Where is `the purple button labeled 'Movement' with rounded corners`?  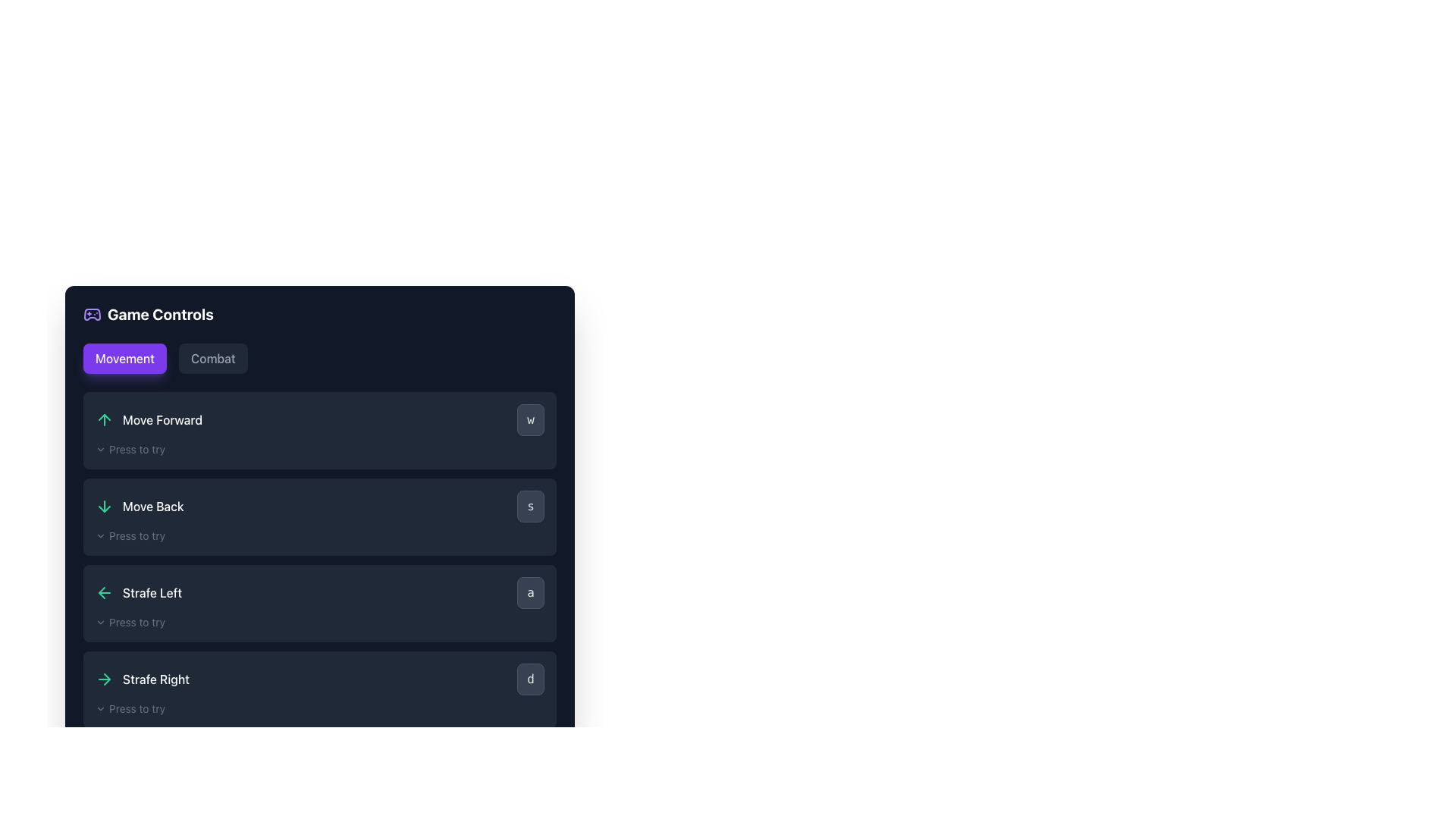
the purple button labeled 'Movement' with rounded corners is located at coordinates (124, 359).